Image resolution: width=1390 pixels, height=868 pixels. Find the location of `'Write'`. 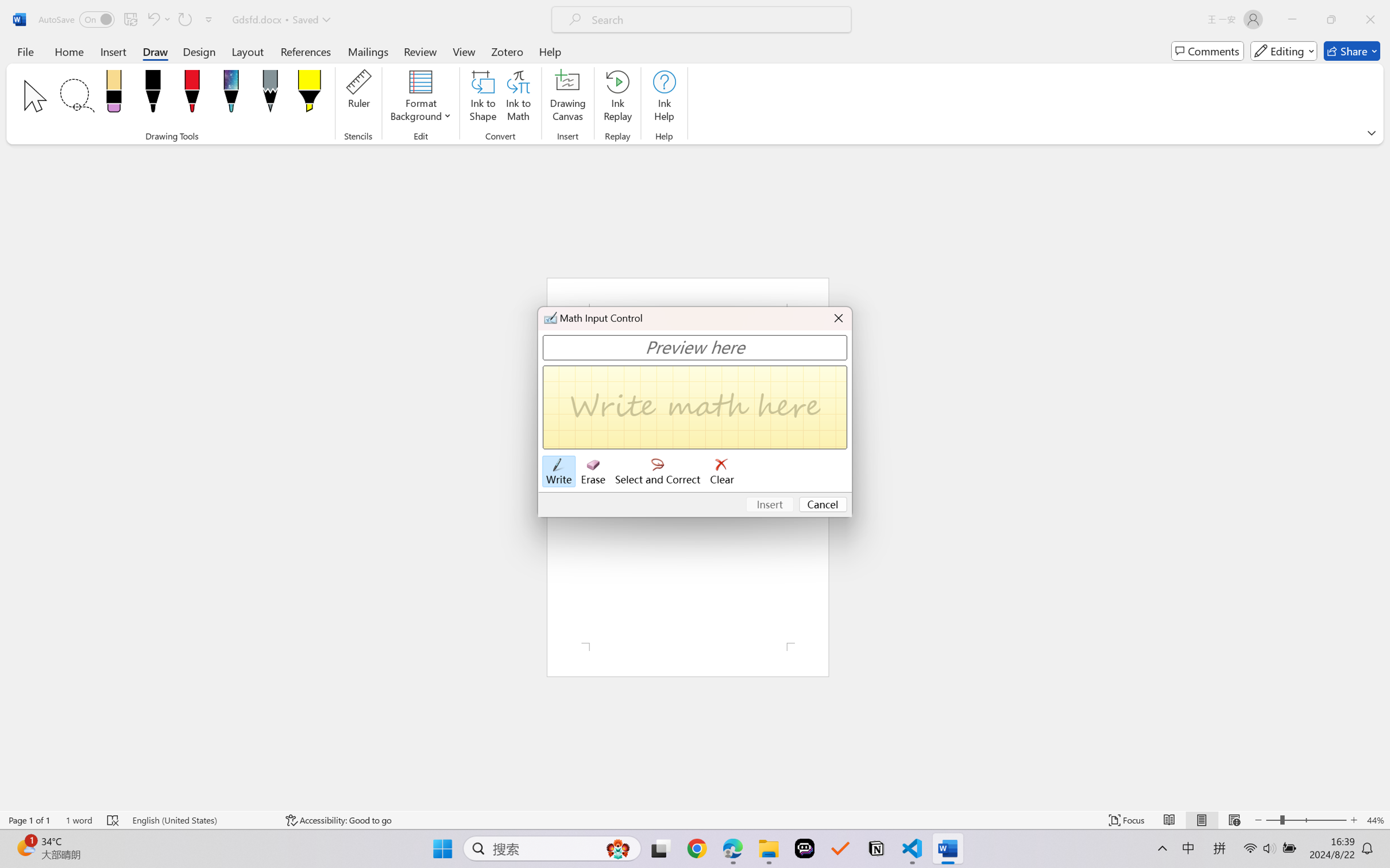

'Write' is located at coordinates (558, 471).